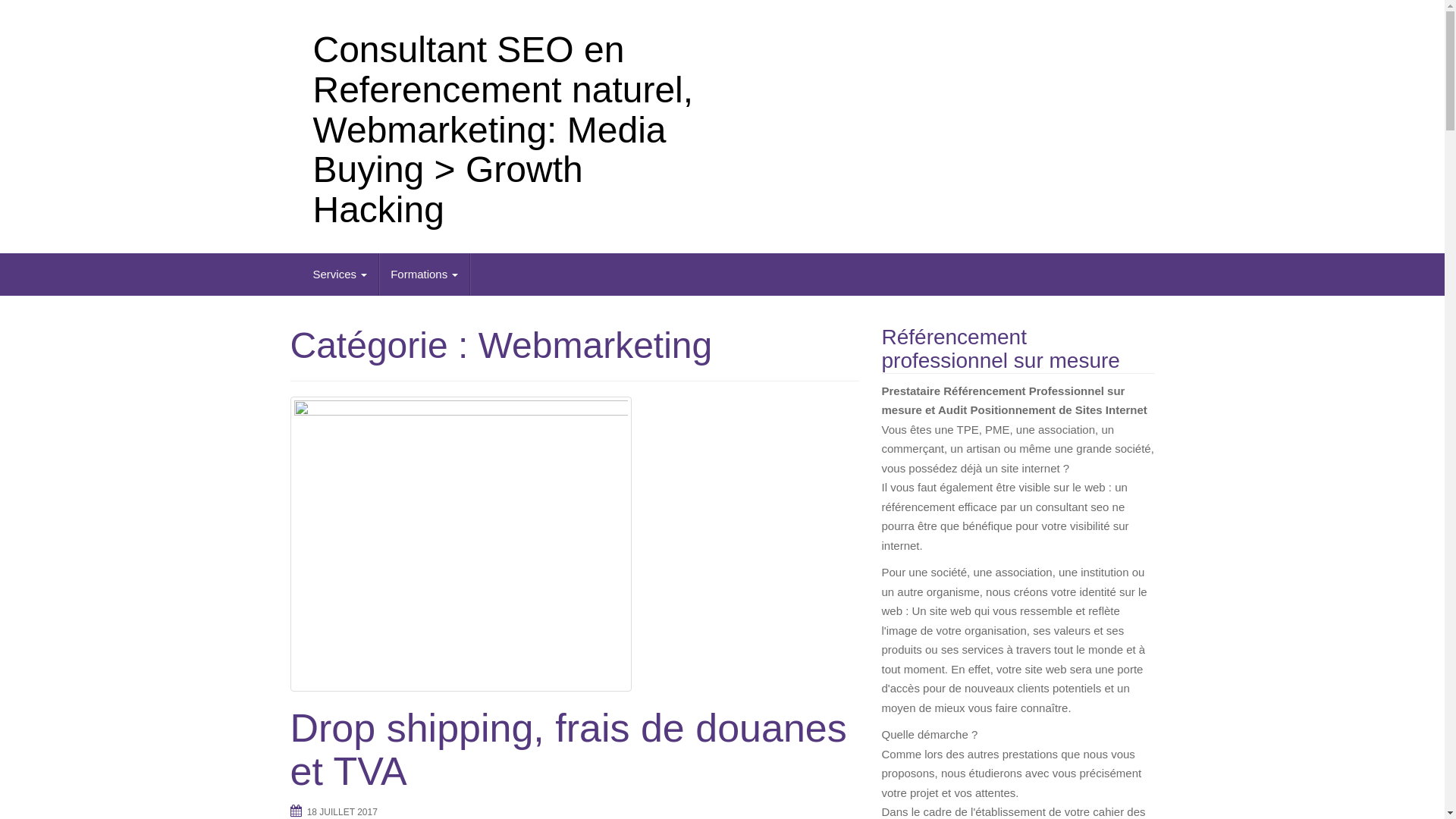 This screenshot has height=819, width=1456. I want to click on 'Drop shipping, frais de douanes et TVA', so click(573, 543).